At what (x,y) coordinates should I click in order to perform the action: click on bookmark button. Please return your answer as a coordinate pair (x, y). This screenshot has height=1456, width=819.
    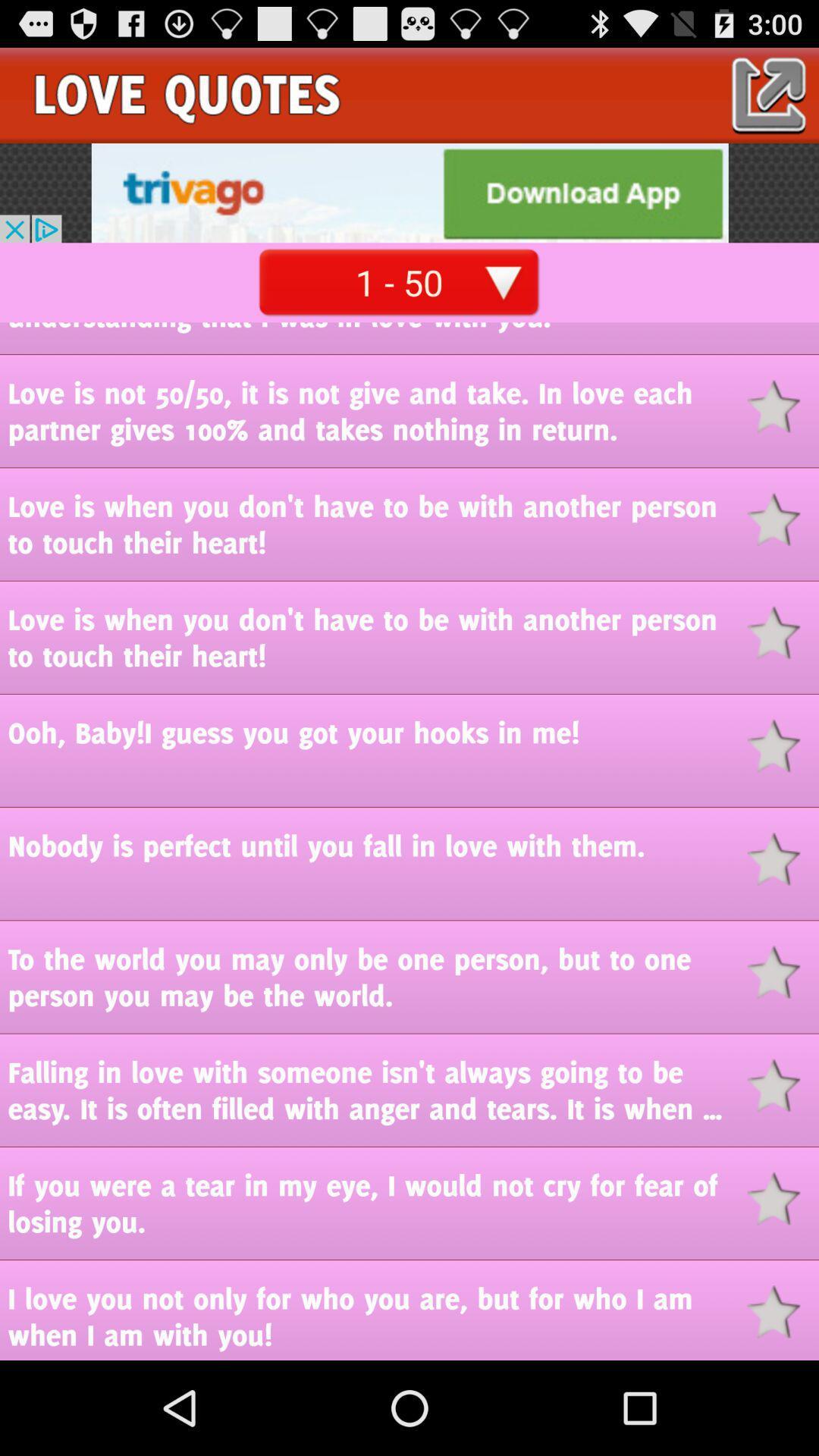
    Looking at the image, I should click on (783, 406).